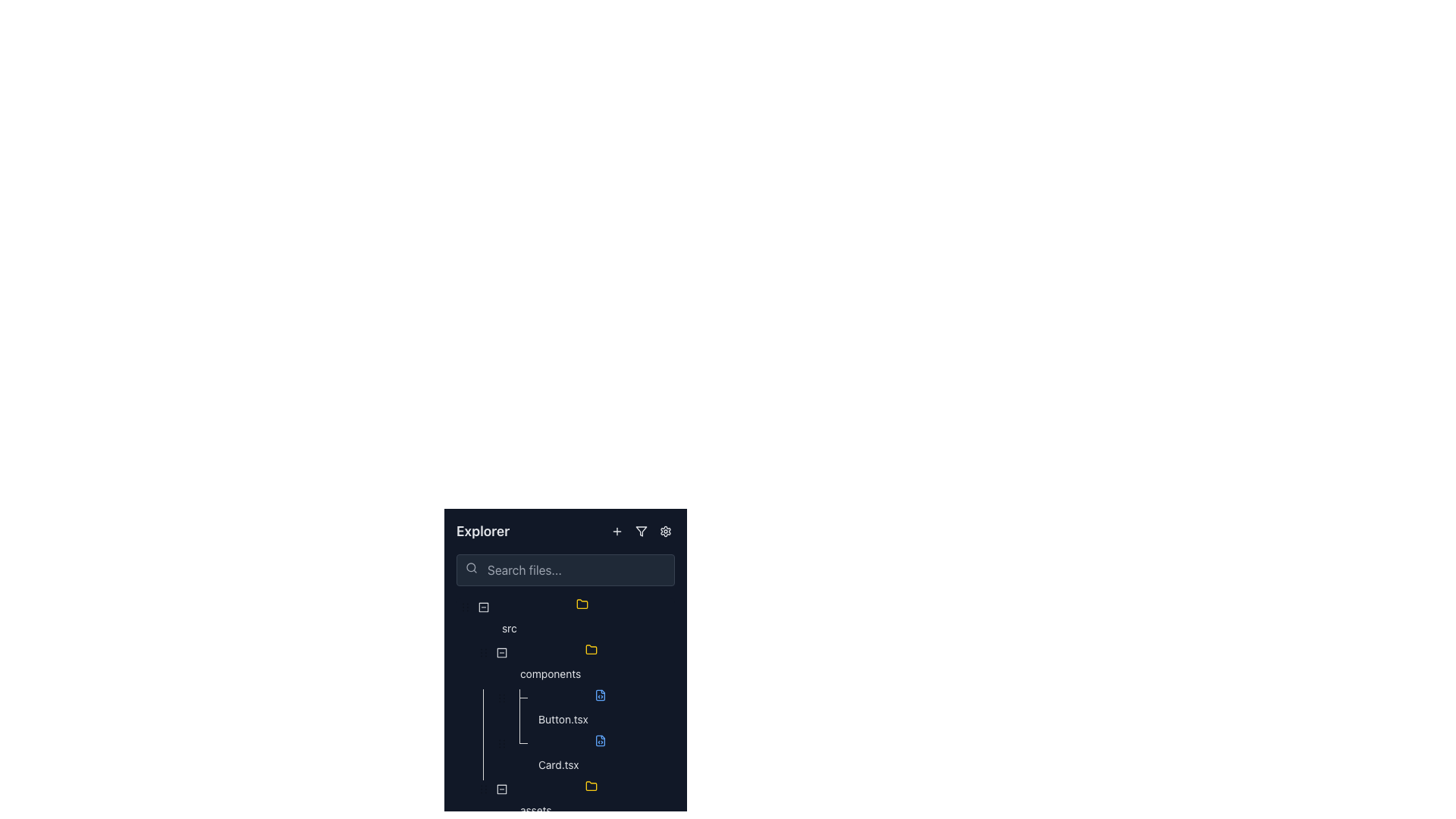  I want to click on the action button icon located in the top right of the sidebar, so click(617, 531).